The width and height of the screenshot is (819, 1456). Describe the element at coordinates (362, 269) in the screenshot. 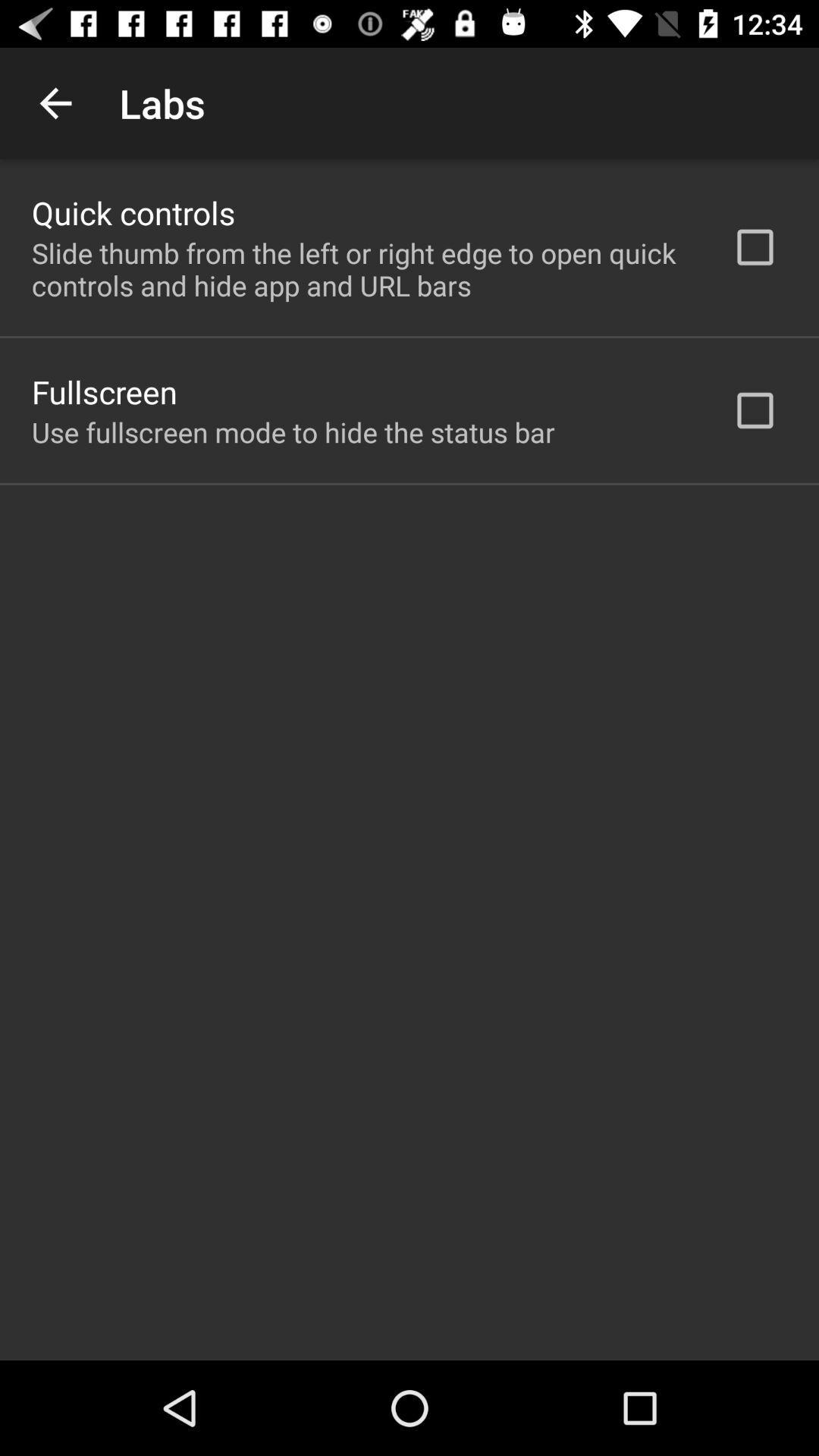

I see `icon below the quick controls app` at that location.